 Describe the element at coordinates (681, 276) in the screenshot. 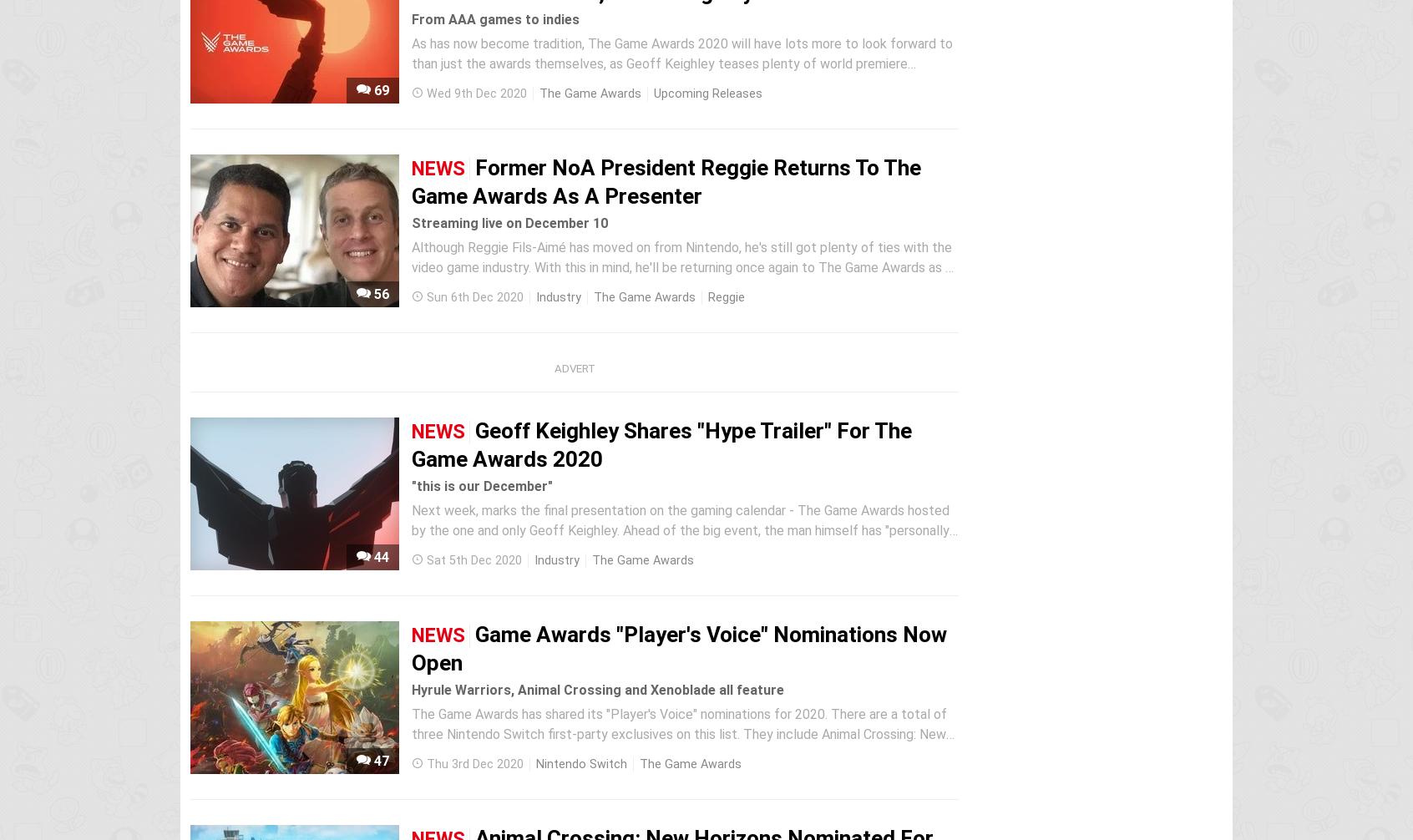

I see `'Although Reggie Fils-Aimé has moved on from Nintendo, he's still got plenty of ties with the video game industry. 
With this in mind, he'll be returning once again to The Game Awards as a presenter. While there's no word on what he'll be presenting, we do know he'll be appearing alongside various other presenters such...'` at that location.